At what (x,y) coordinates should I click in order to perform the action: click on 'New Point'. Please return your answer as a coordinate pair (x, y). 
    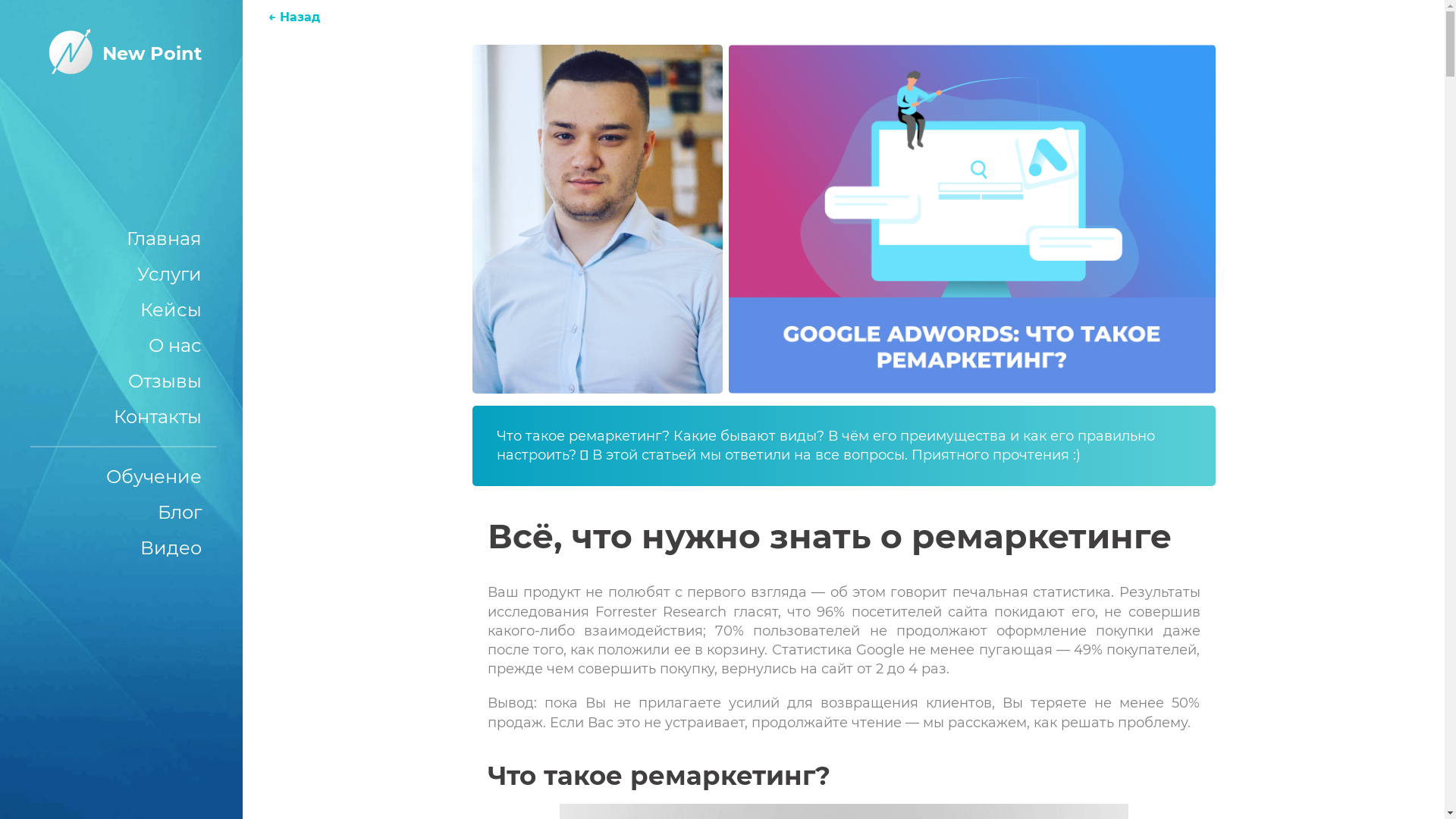
    Looking at the image, I should click on (120, 52).